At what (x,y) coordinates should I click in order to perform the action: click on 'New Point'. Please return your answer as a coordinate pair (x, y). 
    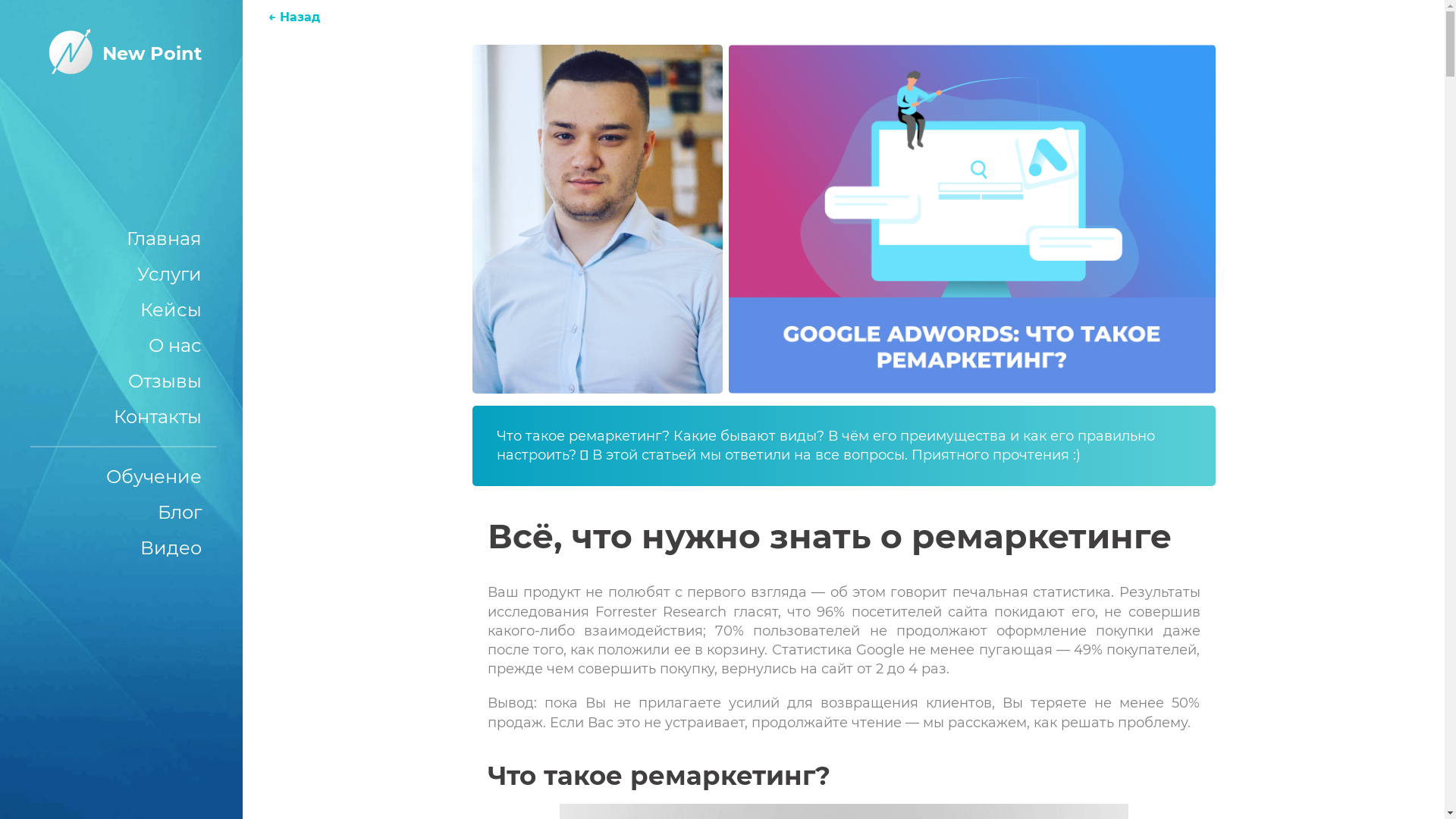
    Looking at the image, I should click on (120, 52).